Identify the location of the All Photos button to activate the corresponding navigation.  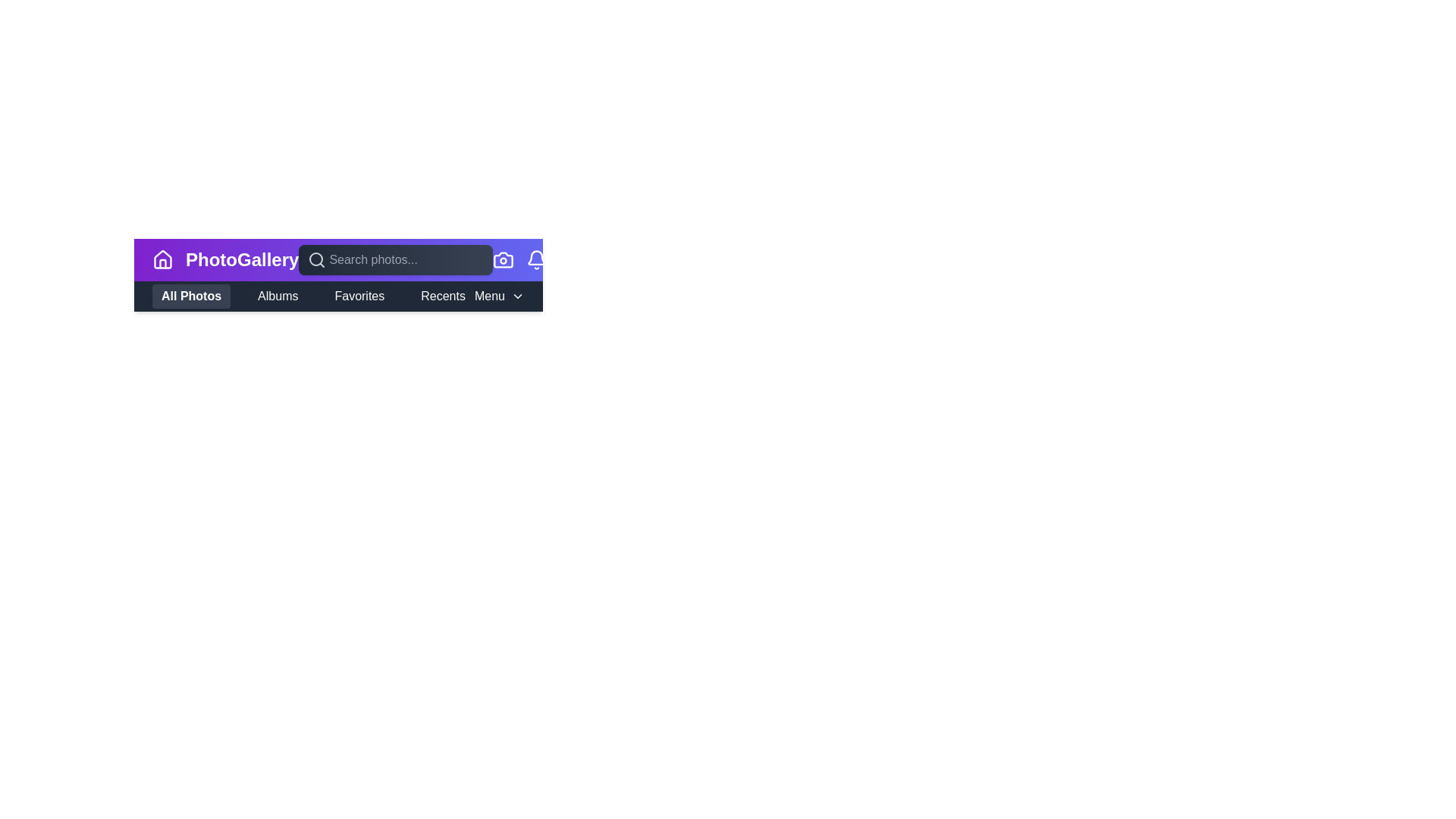
(190, 296).